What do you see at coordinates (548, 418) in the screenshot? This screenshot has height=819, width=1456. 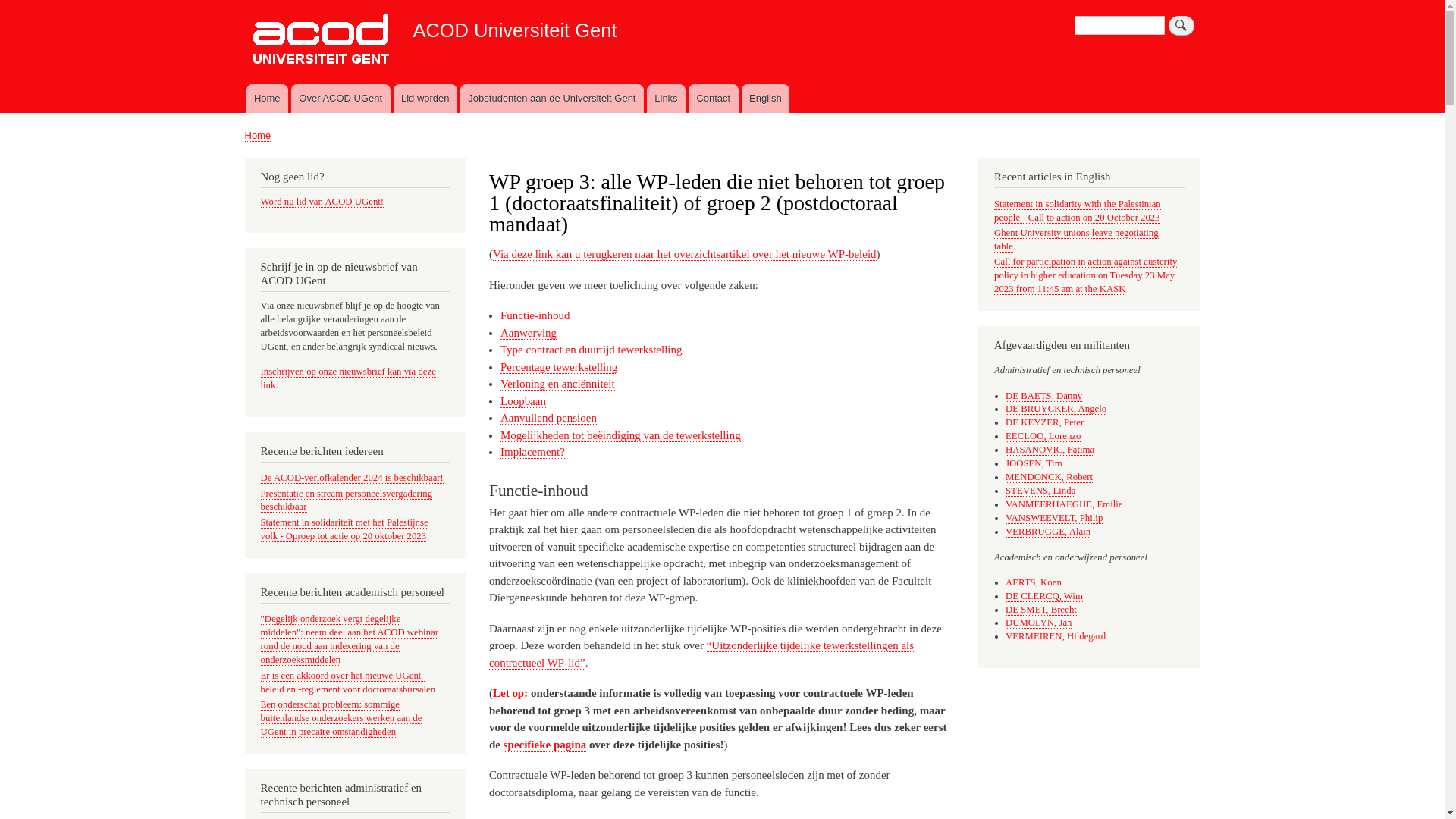 I see `'Aanvullend pensioen'` at bounding box center [548, 418].